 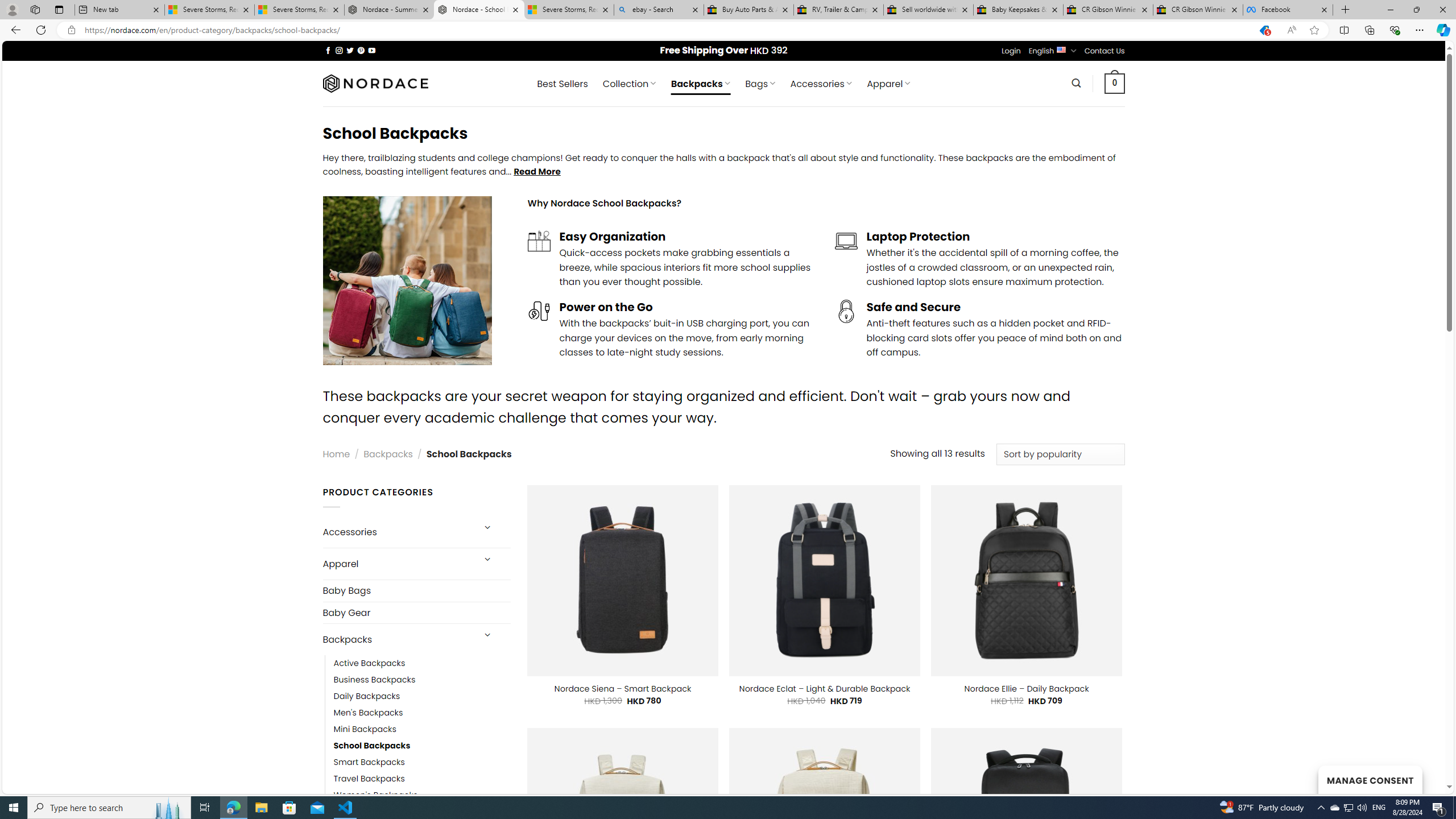 What do you see at coordinates (369, 664) in the screenshot?
I see `'Active Backpacks'` at bounding box center [369, 664].